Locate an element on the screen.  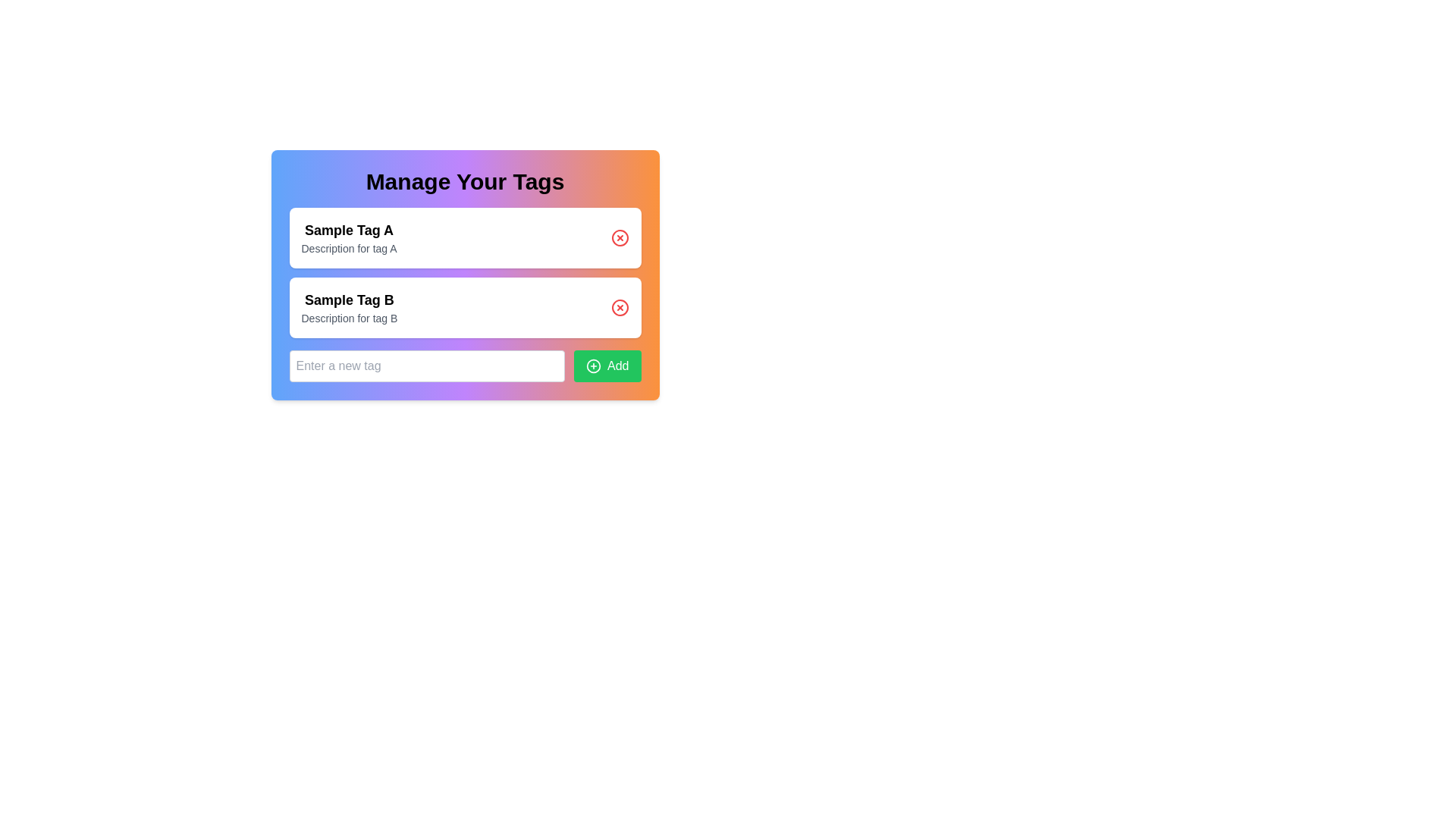
the circular icon with a plus sign located inside the green 'Add' button at the bottom-right of the 'Manage Your Tags' card is located at coordinates (592, 366).